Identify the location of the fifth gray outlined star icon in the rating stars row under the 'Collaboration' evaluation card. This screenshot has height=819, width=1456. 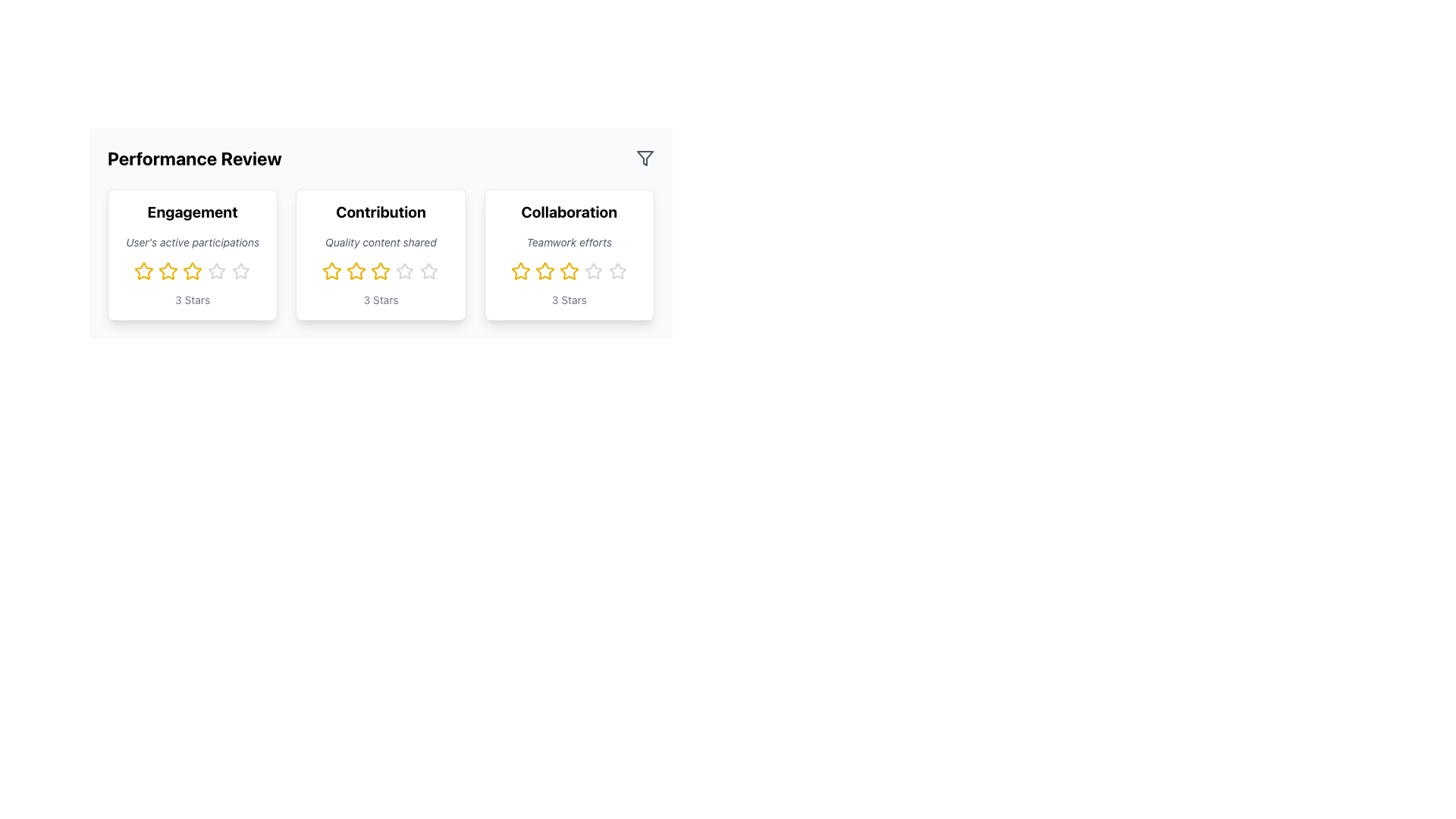
(592, 271).